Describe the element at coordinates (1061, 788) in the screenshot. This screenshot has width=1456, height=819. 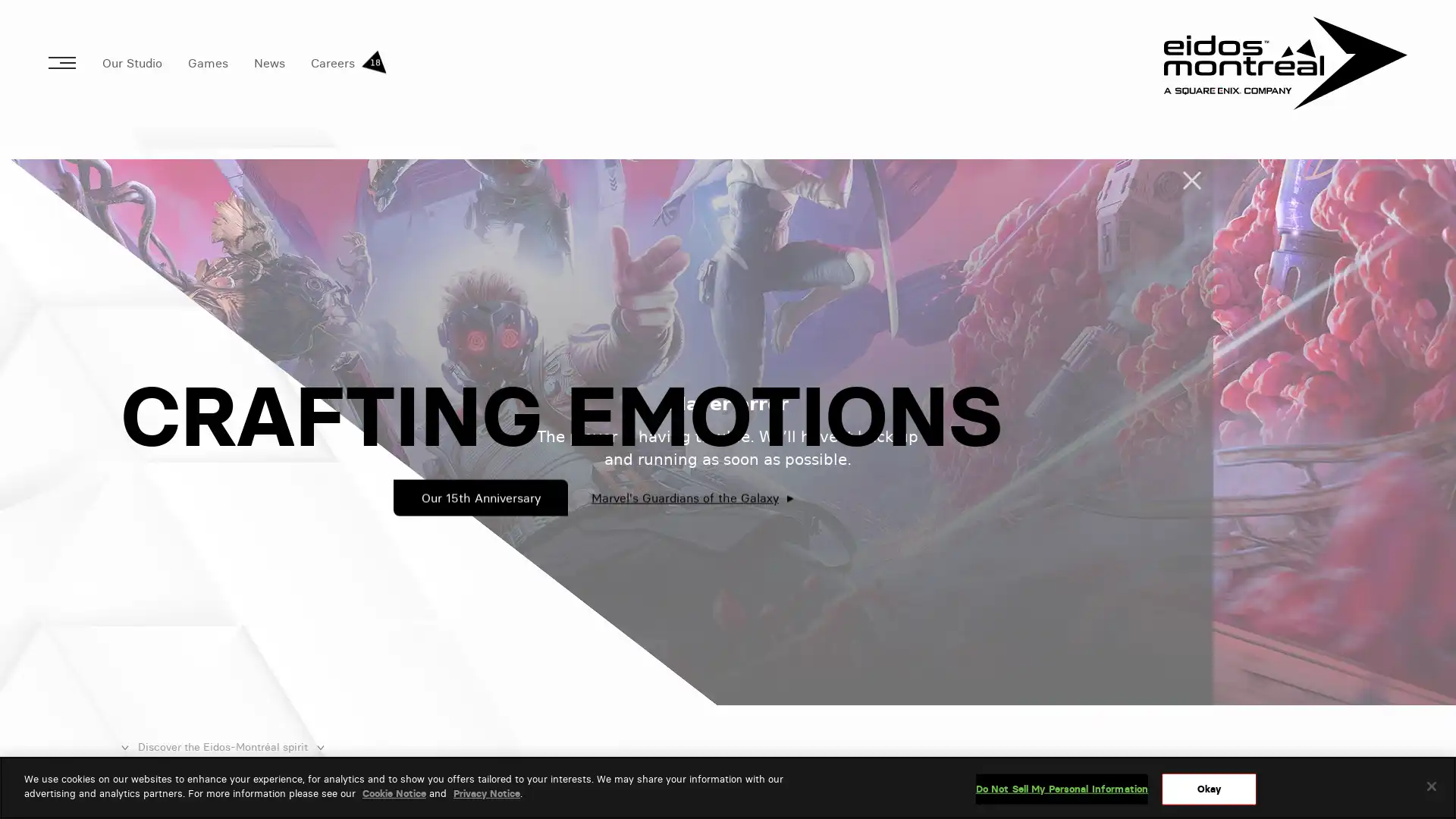
I see `Do Not Sell My Personal Information` at that location.